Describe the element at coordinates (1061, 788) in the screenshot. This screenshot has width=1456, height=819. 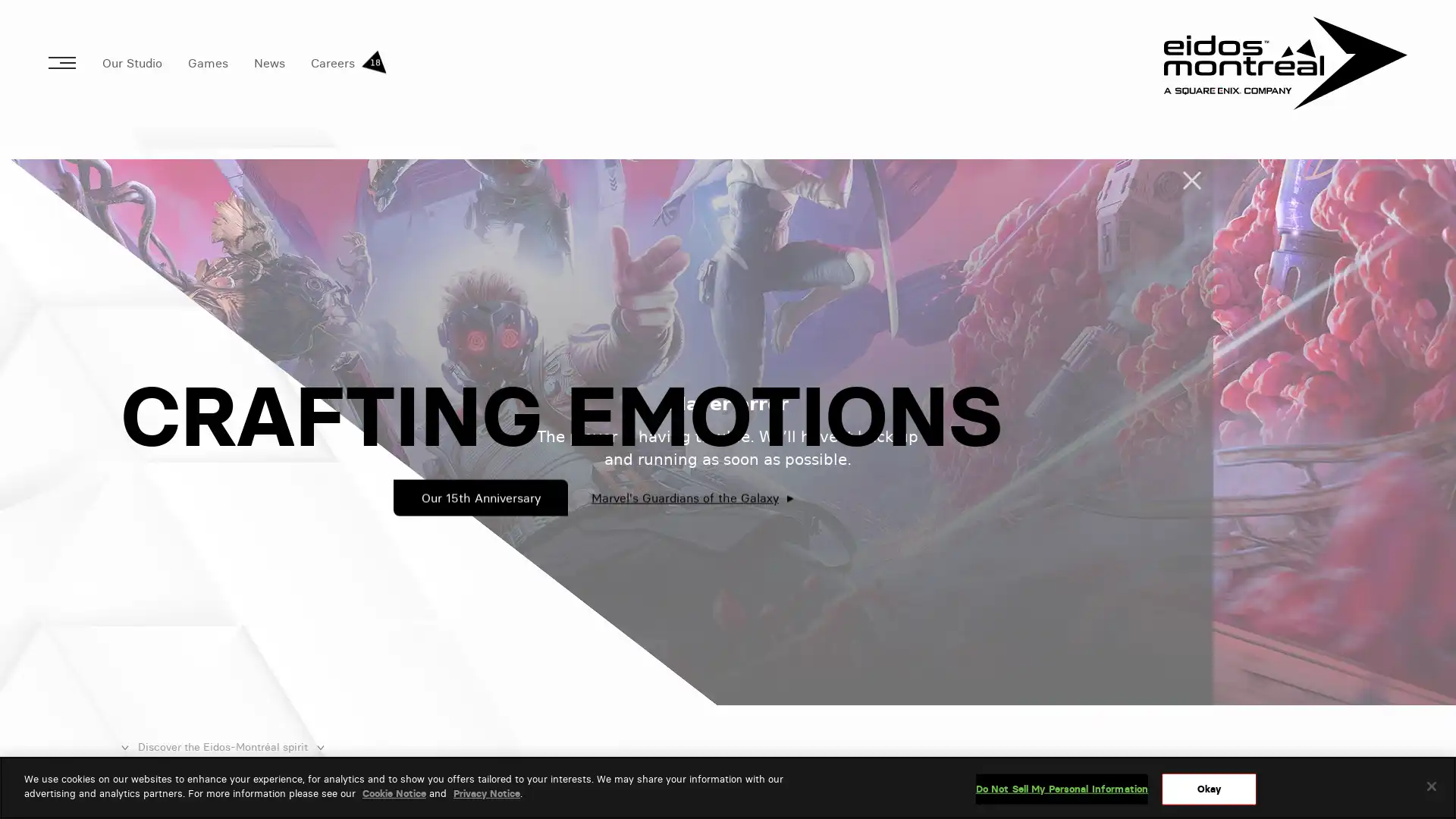
I see `Do Not Sell My Personal Information` at that location.